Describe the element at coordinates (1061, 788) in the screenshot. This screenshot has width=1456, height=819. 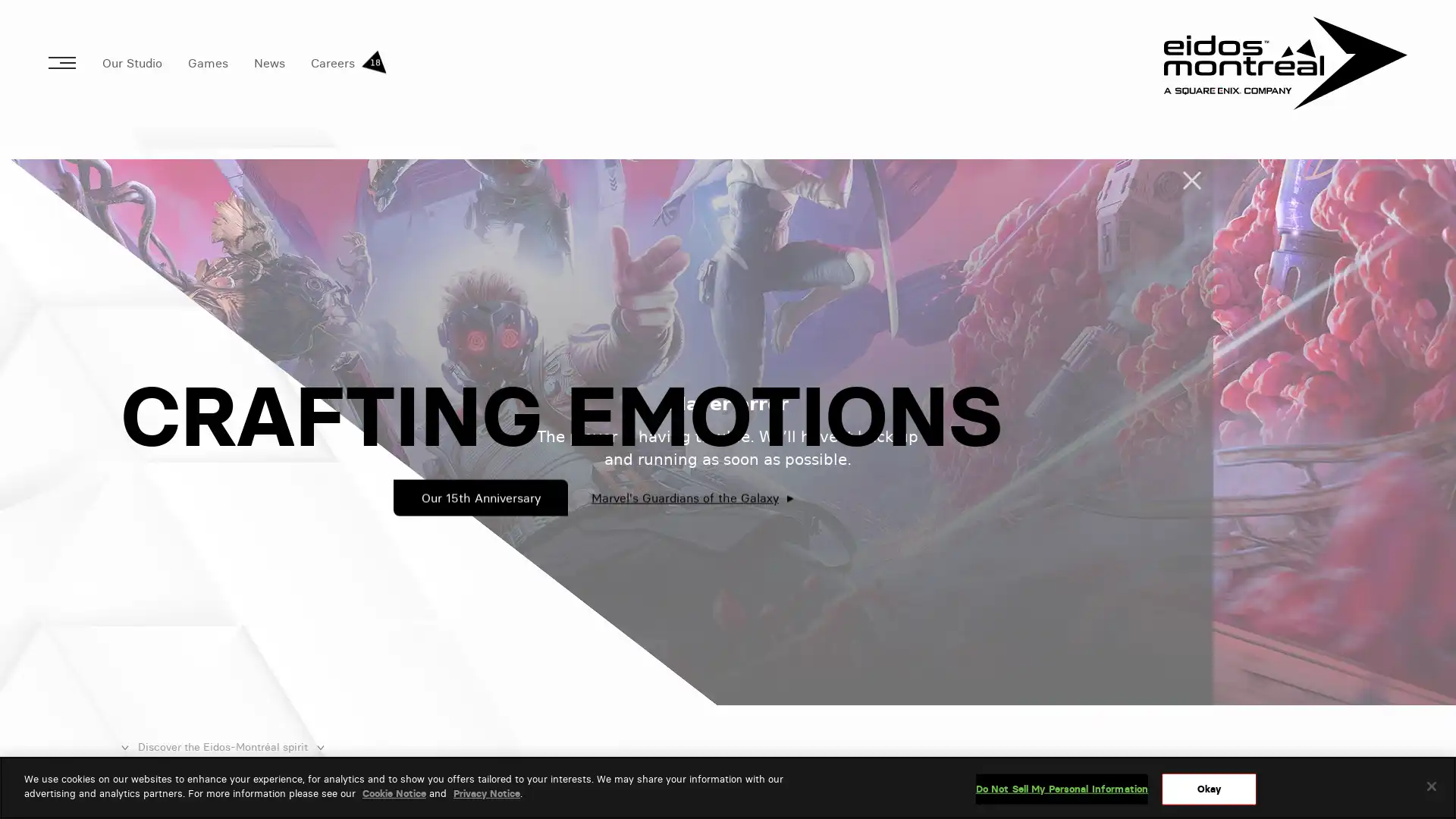
I see `Do Not Sell My Personal Information` at that location.